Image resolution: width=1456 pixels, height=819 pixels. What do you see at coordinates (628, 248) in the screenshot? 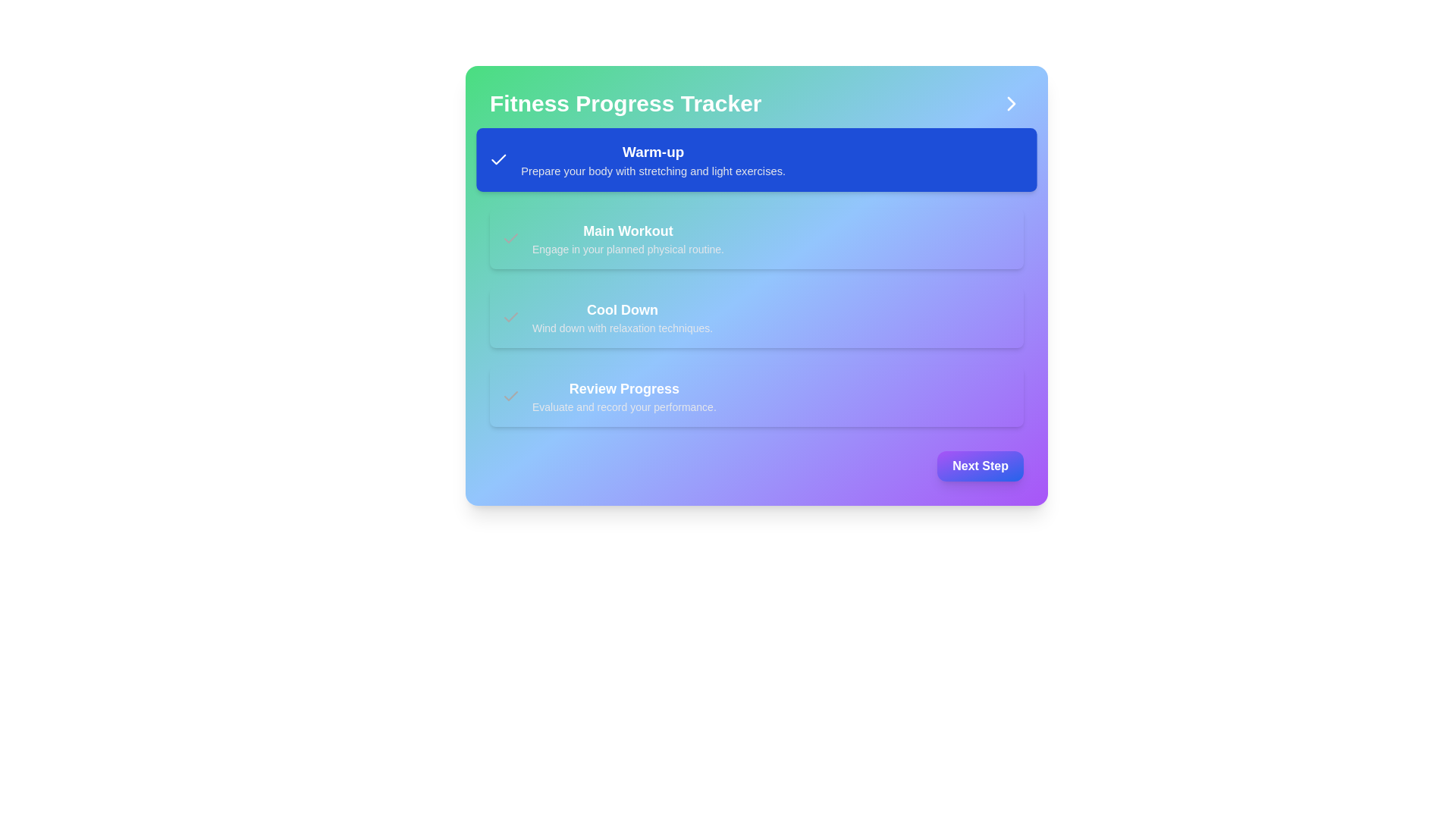
I see `the text label reading 'Engage in your planned physical routine.' which is styled in light gray and appears below the title 'Main Workout.'` at bounding box center [628, 248].